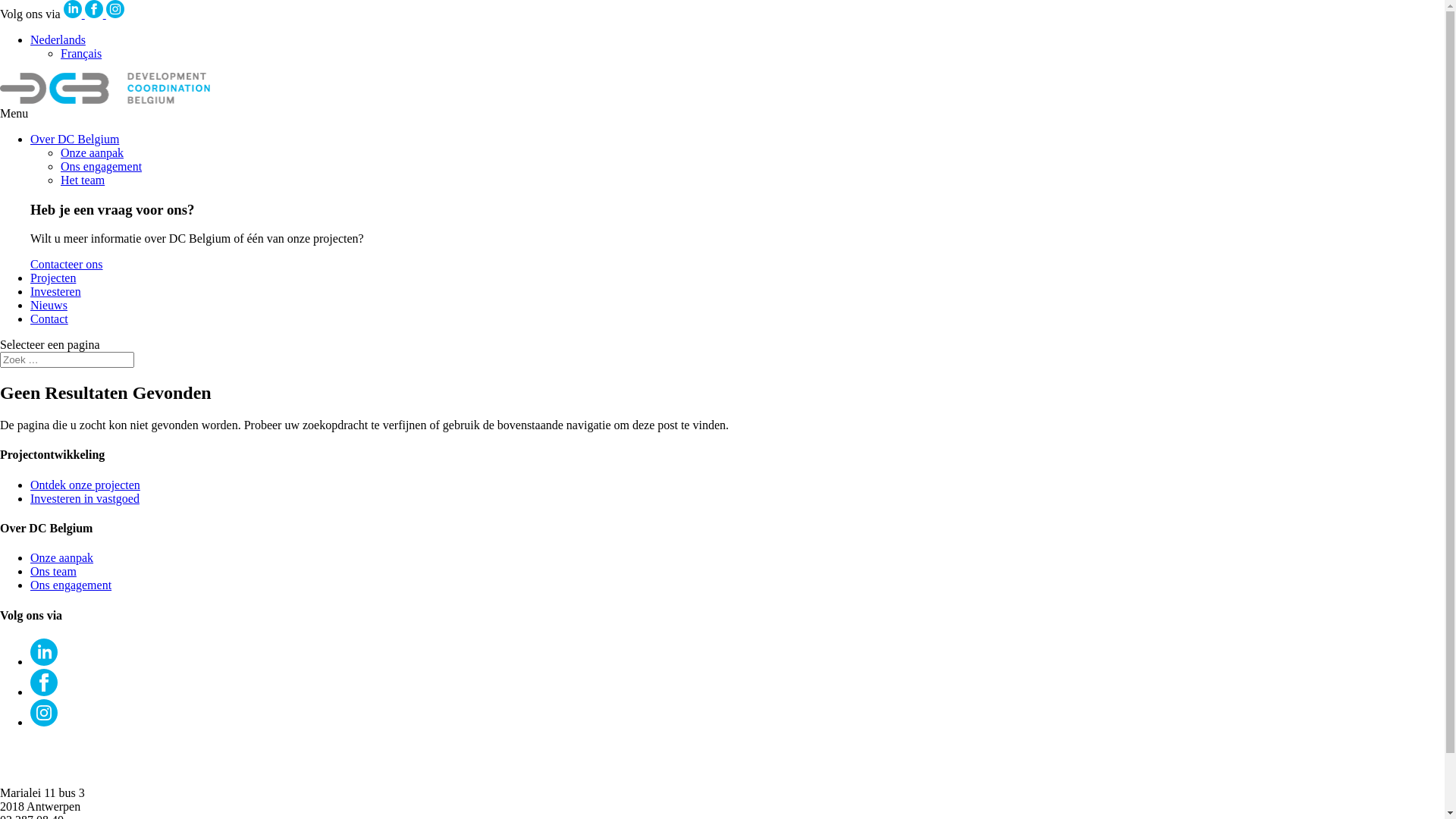 This screenshot has height=819, width=1456. I want to click on 'Investeren', so click(30, 291).